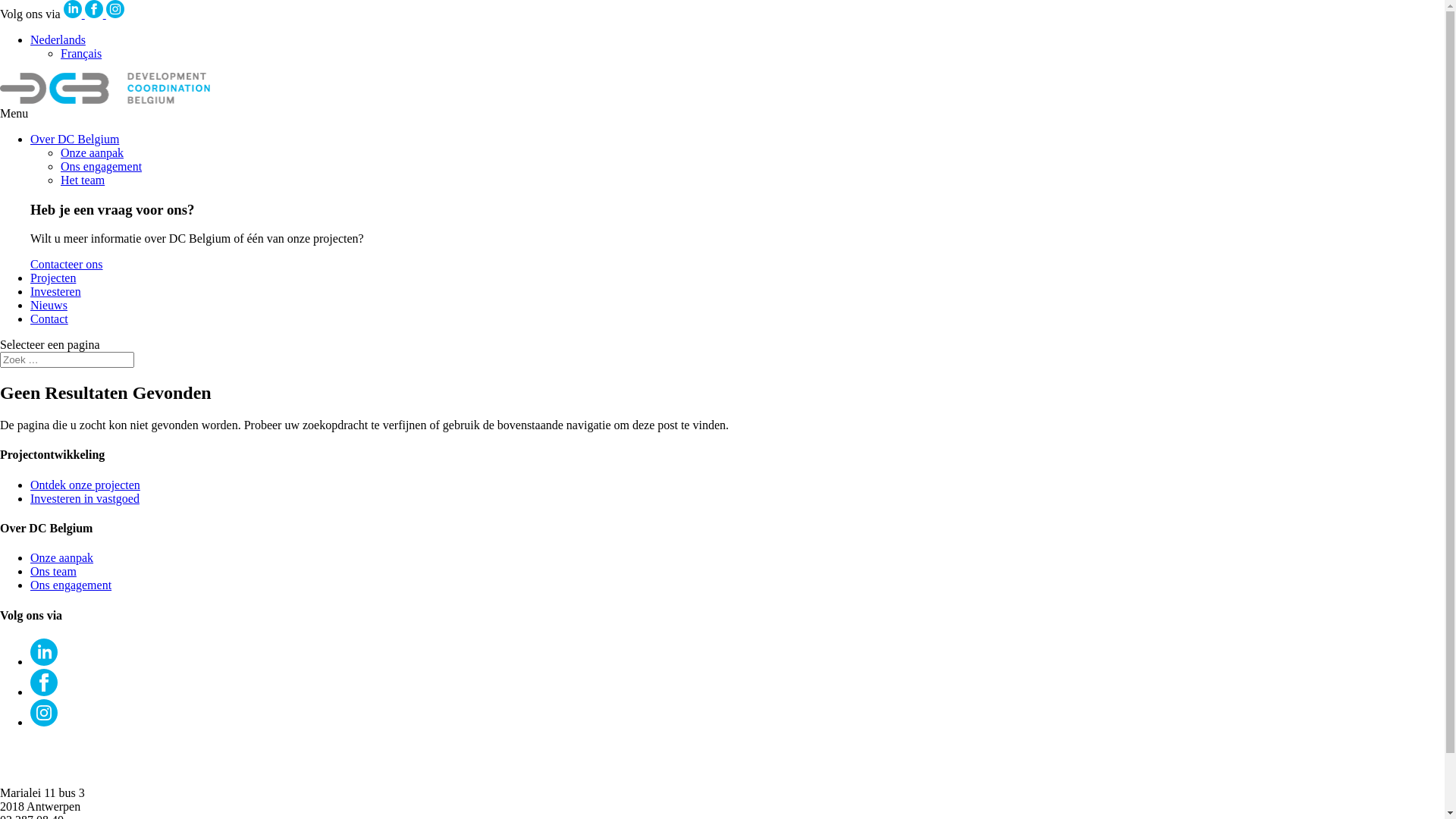 This screenshot has height=819, width=1456. I want to click on 'Investeren', so click(30, 291).